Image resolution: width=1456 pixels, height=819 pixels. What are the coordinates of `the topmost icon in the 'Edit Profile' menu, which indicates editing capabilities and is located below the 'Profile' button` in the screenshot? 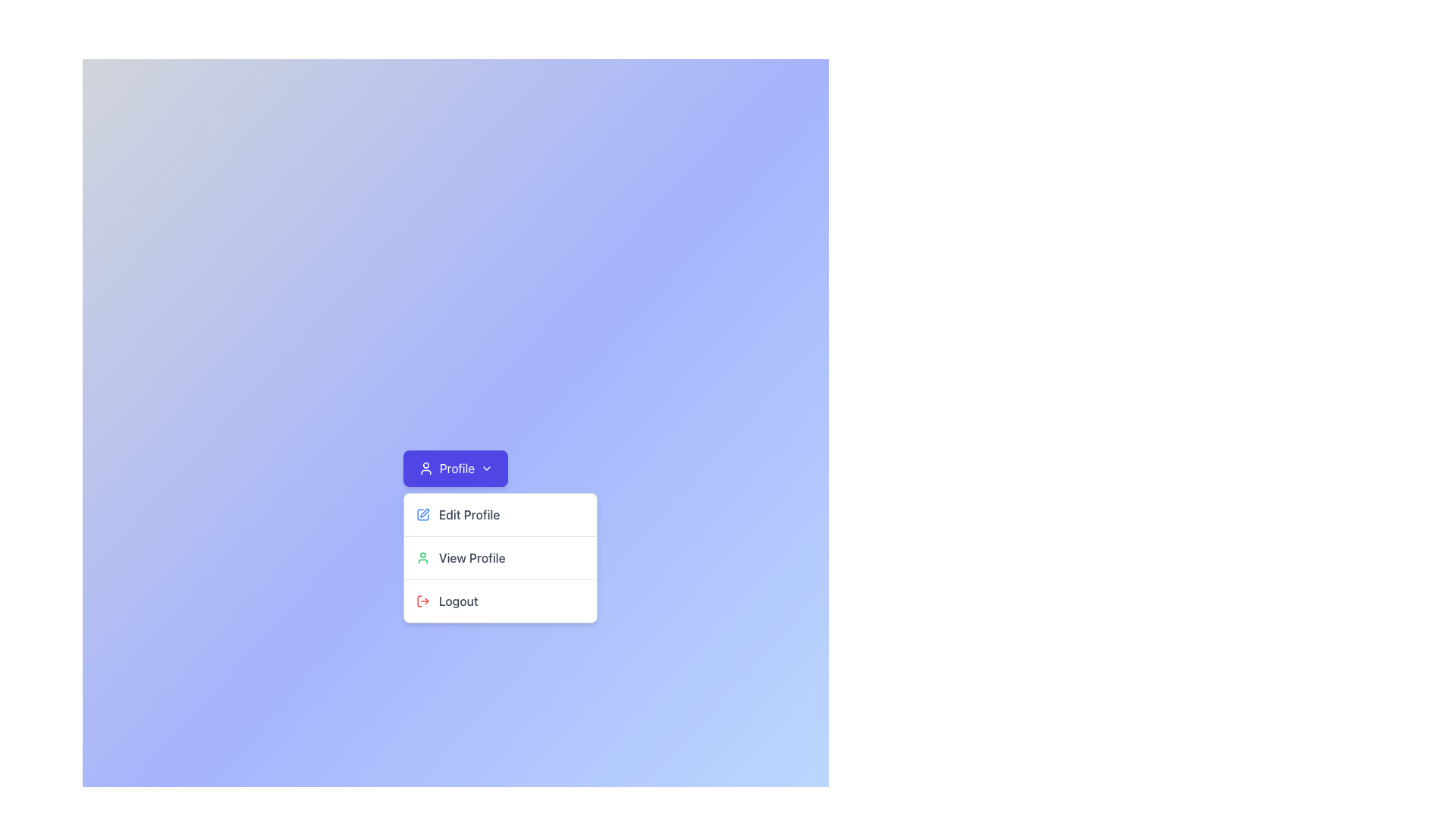 It's located at (422, 513).